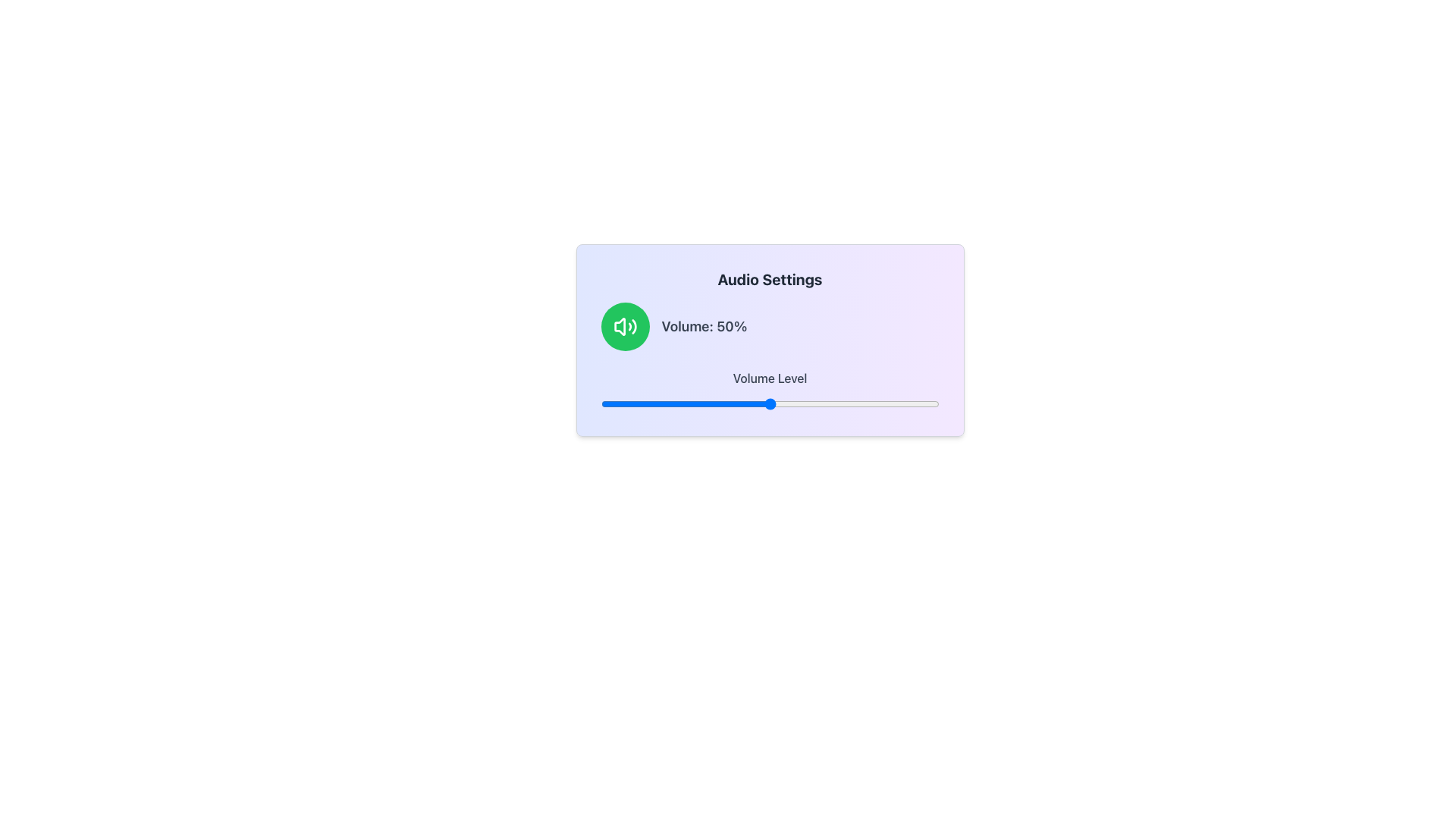  I want to click on volume level, so click(921, 403).